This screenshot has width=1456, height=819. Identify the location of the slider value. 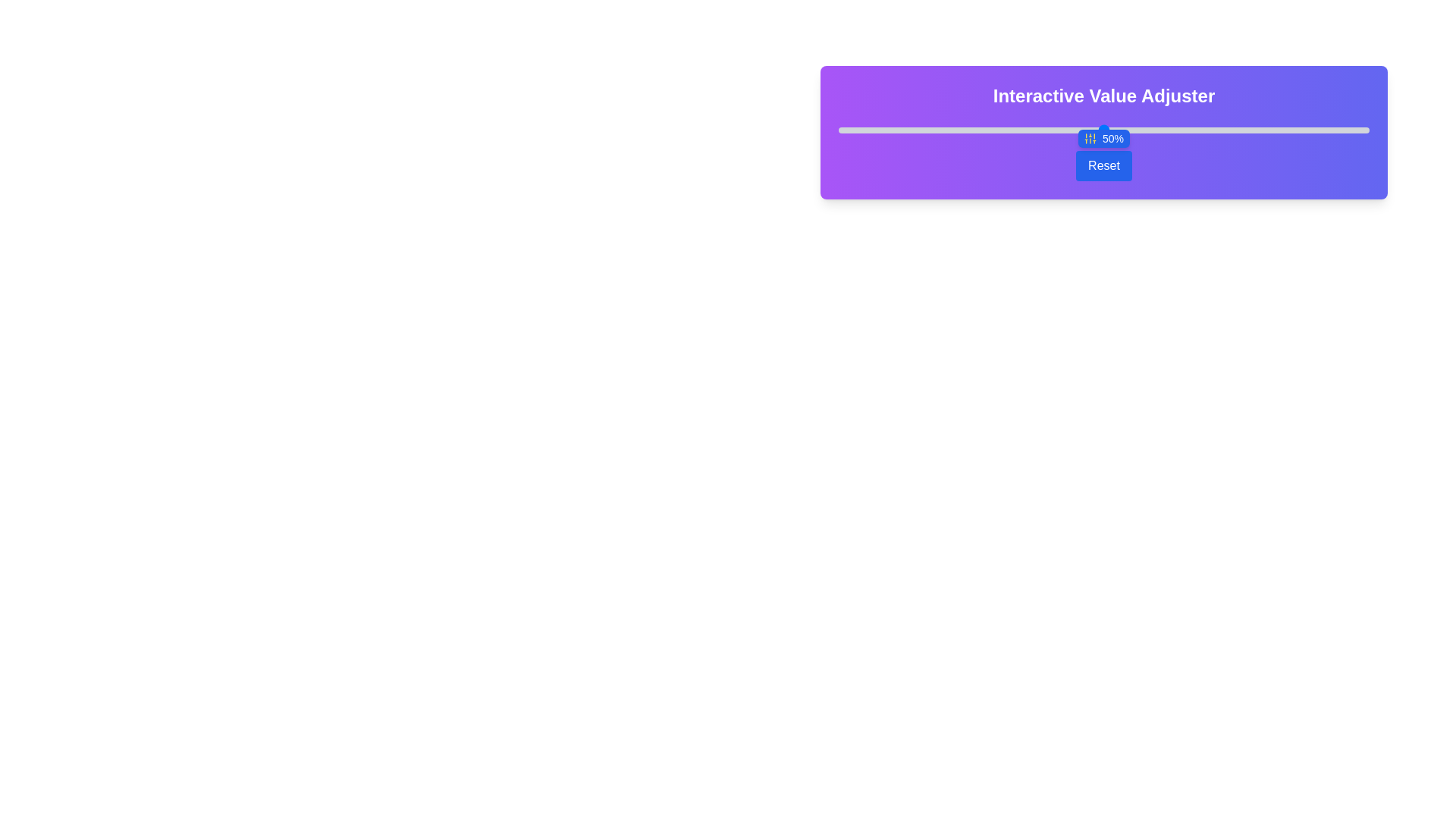
(865, 130).